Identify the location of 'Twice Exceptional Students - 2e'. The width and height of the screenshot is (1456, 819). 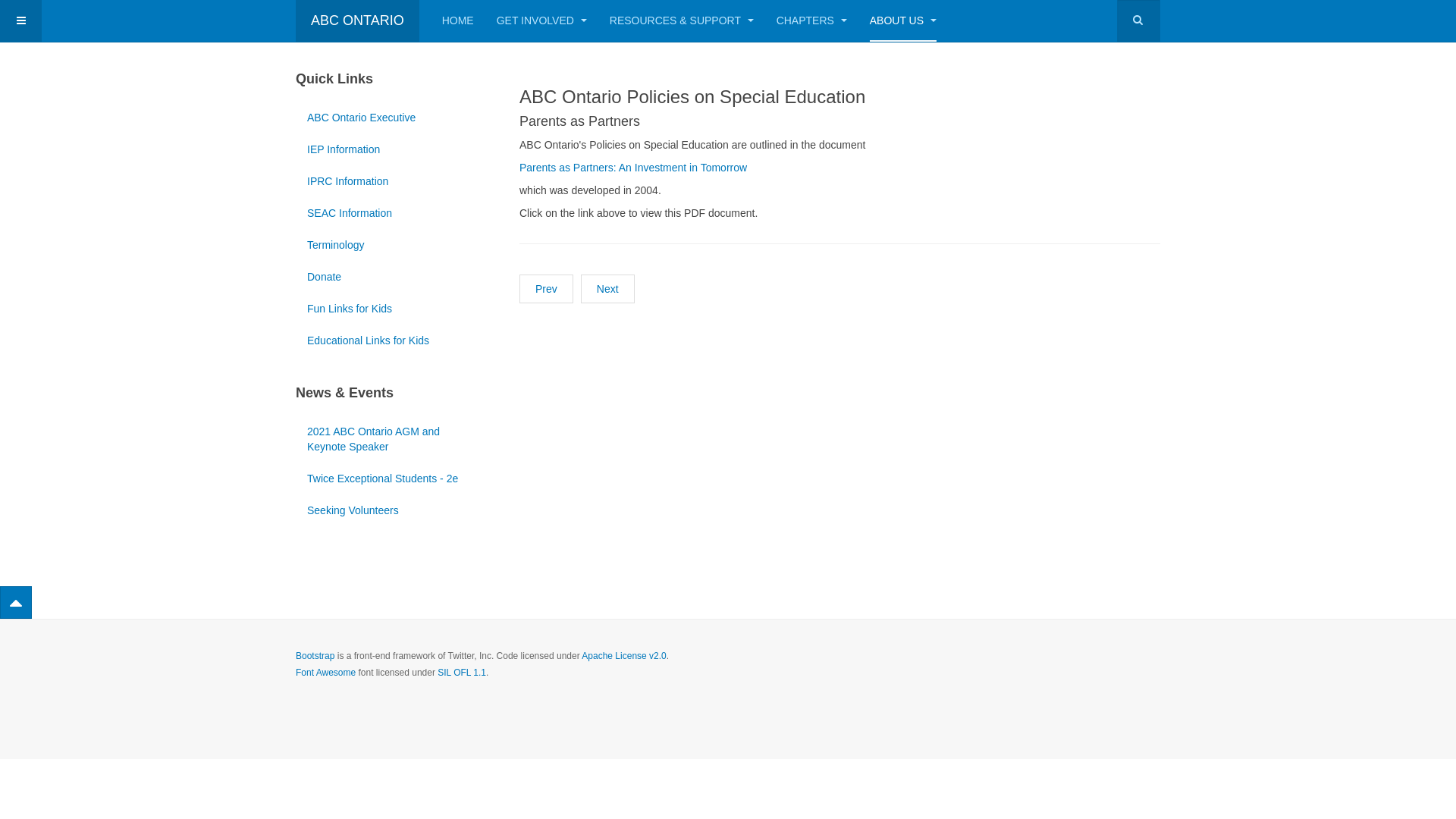
(392, 479).